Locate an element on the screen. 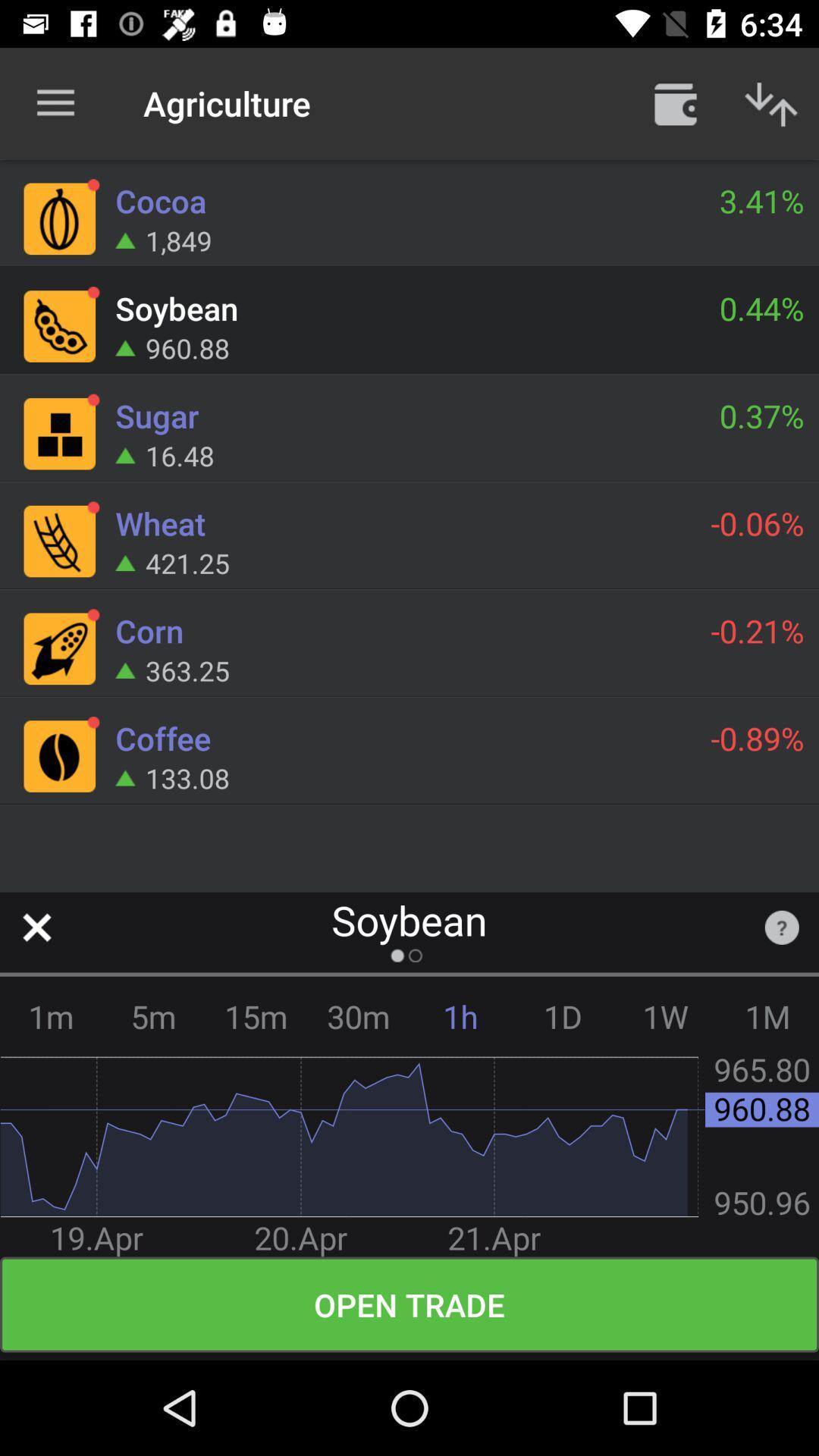  the icon to the right of 1d is located at coordinates (664, 1016).